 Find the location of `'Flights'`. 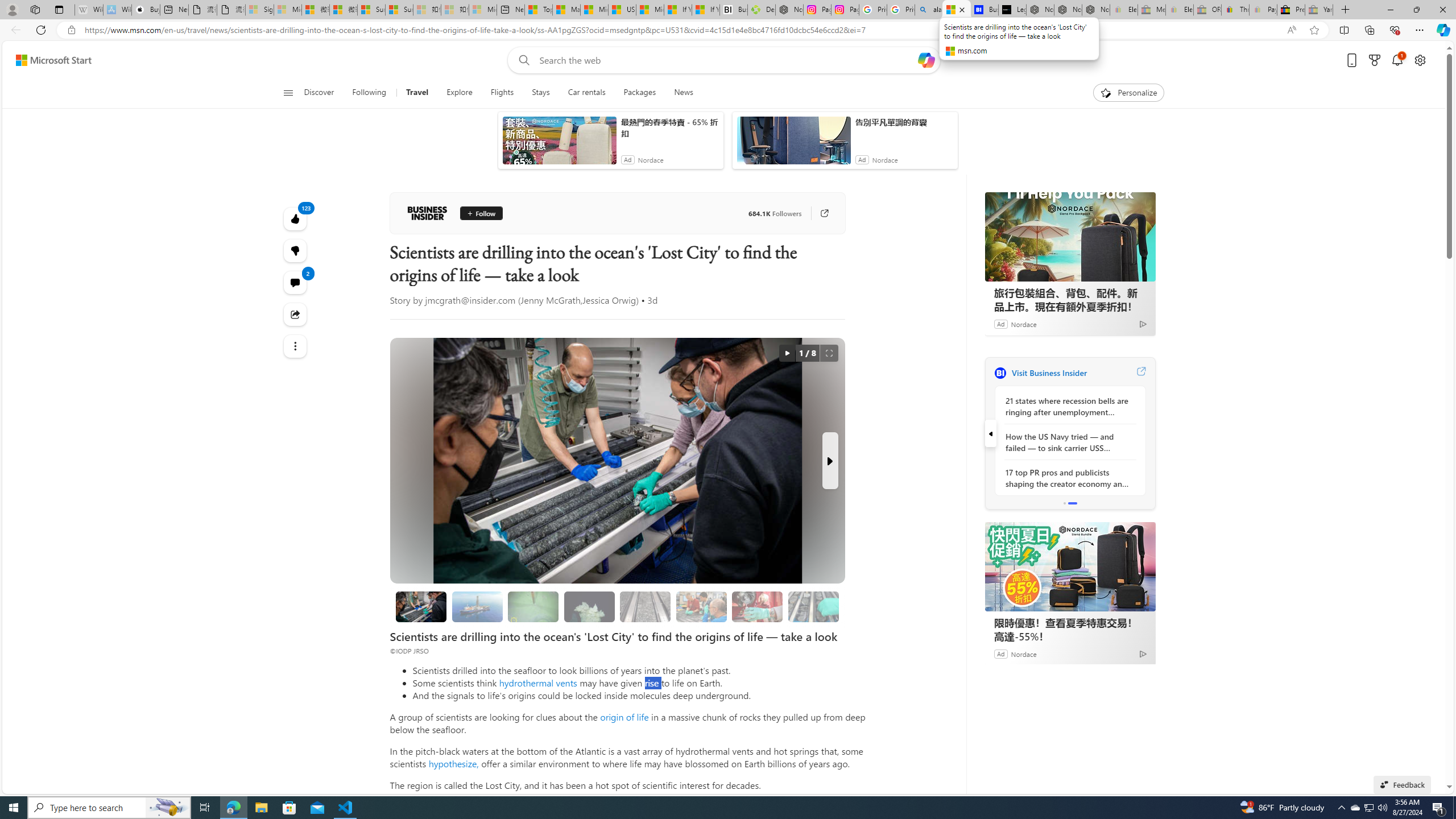

'Flights' is located at coordinates (502, 92).